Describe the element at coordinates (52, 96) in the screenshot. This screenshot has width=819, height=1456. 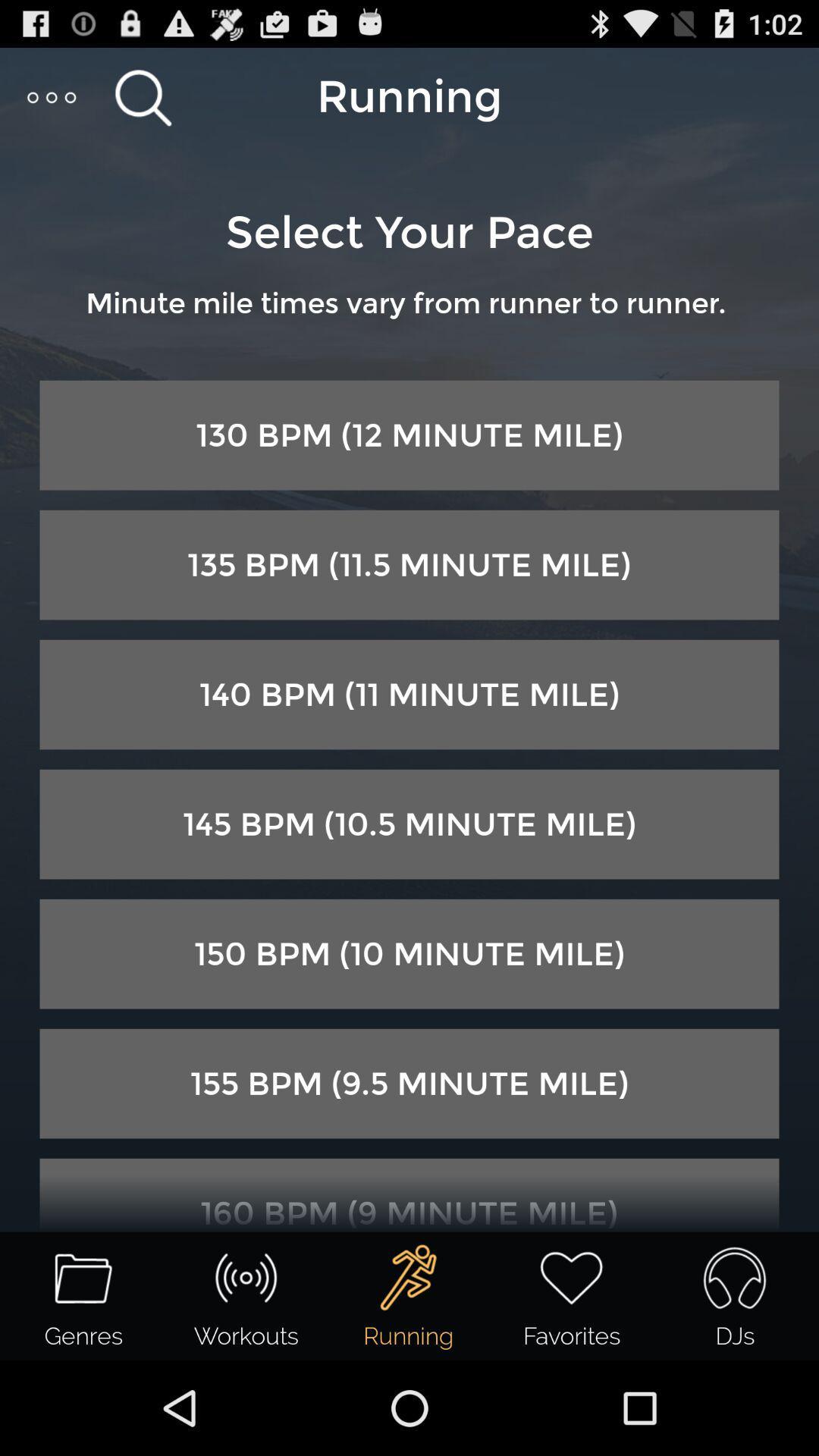
I see `dropdown menu` at that location.